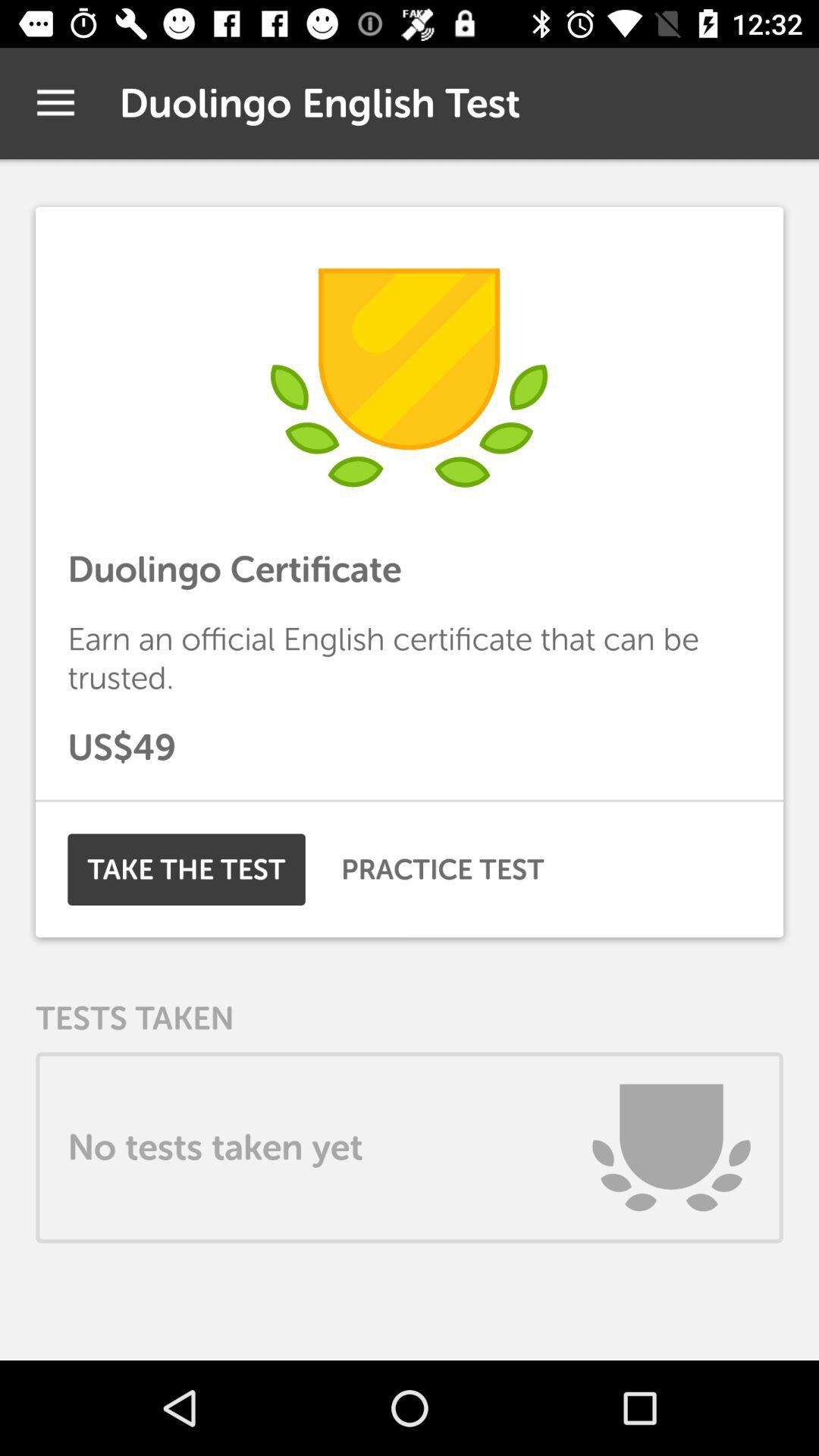  I want to click on icon above no tests taken, so click(442, 869).